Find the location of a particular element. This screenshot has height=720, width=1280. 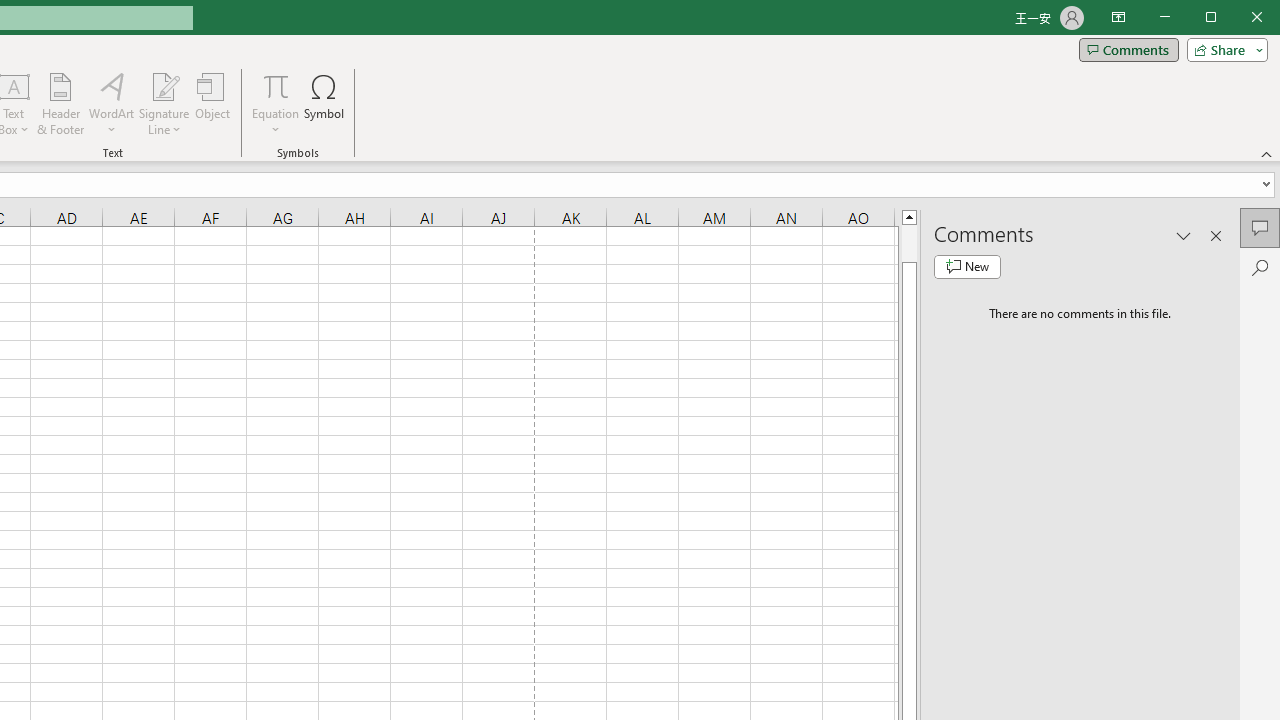

'Close pane' is located at coordinates (1215, 234).